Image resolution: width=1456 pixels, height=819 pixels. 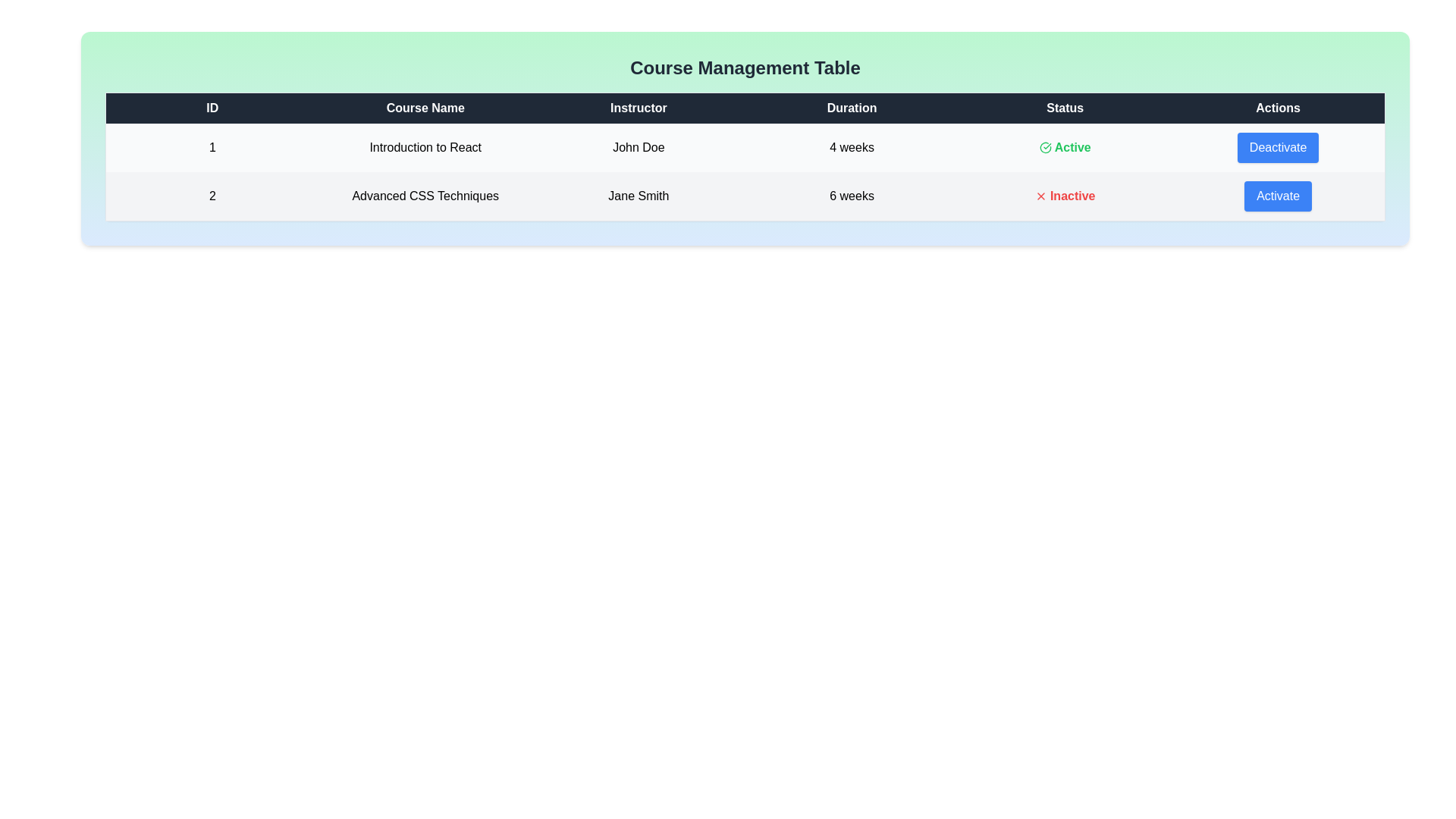 I want to click on status indicator for the course 'Introduction to React' by 'John Doe', located in the 'Status' column of the 'Course Management Table', so click(x=1064, y=148).